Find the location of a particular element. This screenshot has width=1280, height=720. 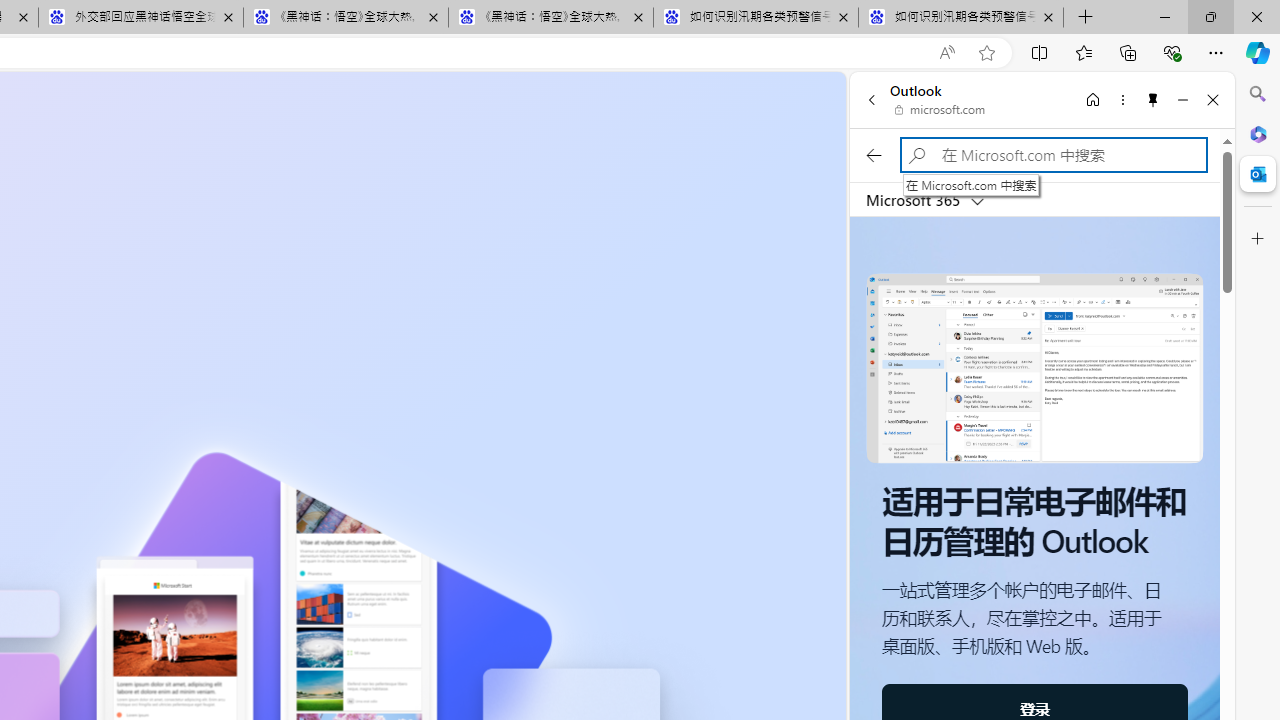

'Copilot (Ctrl+Shift+.)' is located at coordinates (1257, 51).